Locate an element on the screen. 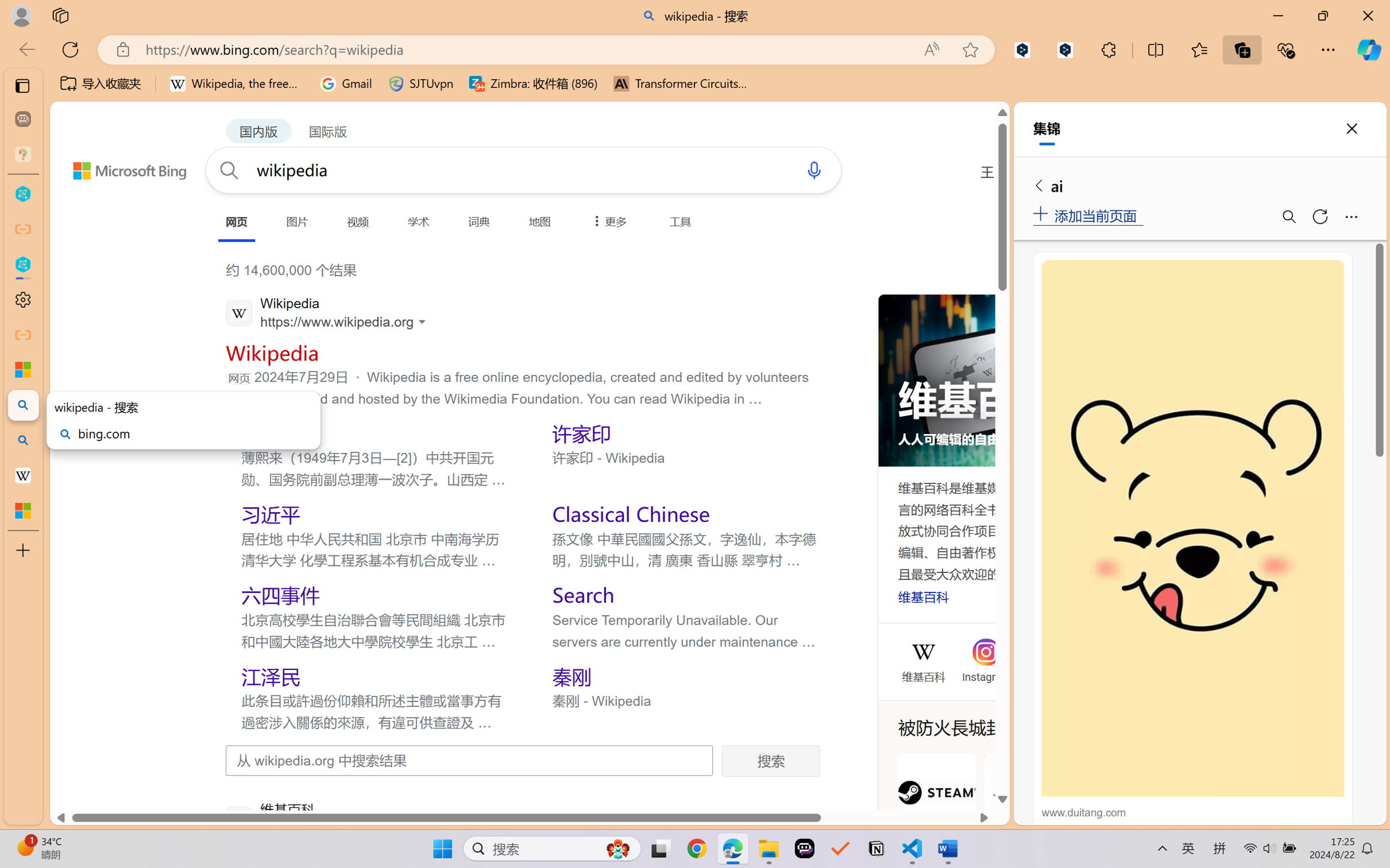  'Wikipedia, the free encyclopedia' is located at coordinates (236, 83).